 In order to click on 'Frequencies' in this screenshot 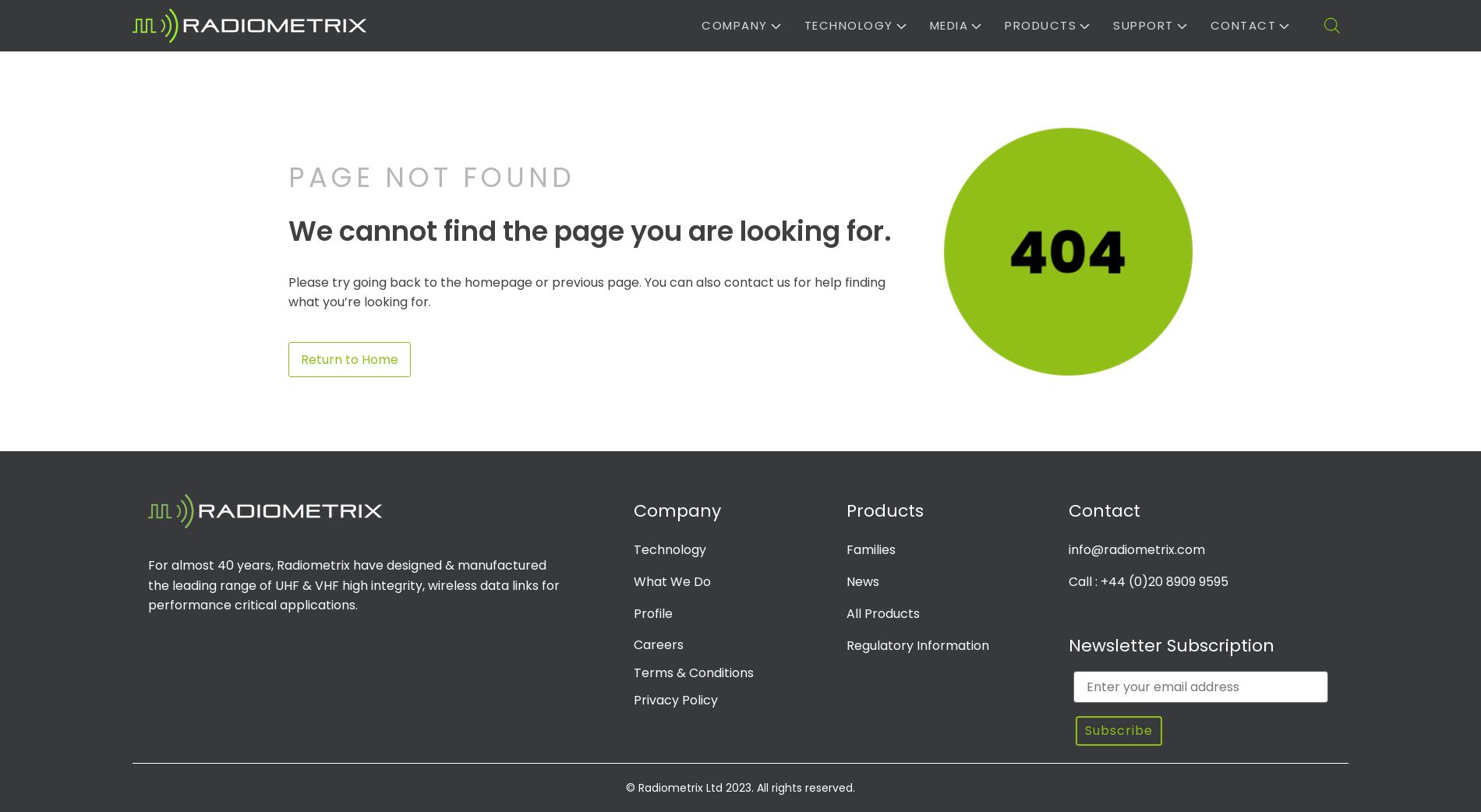, I will do `click(1155, 97)`.